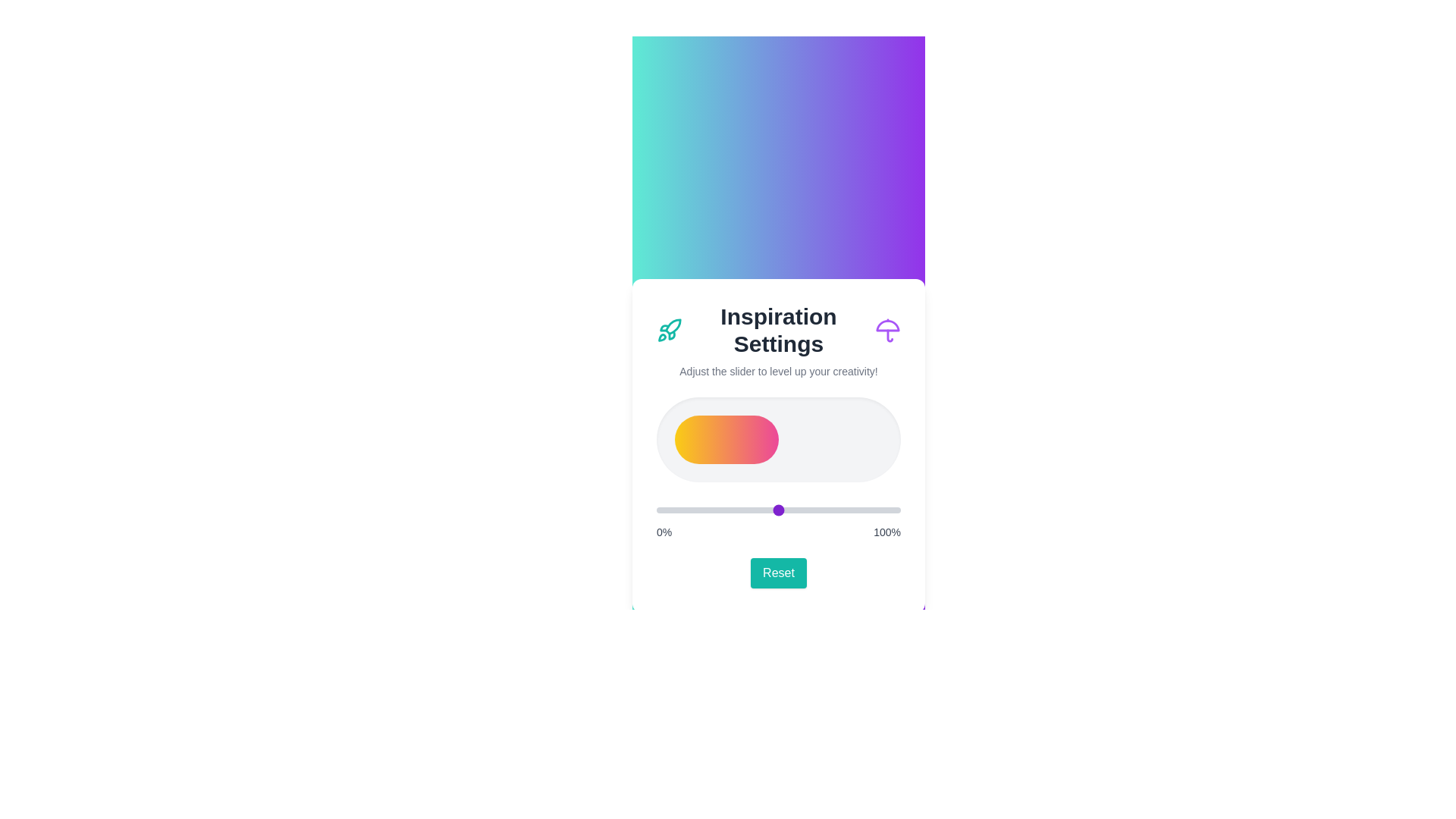 This screenshot has width=1456, height=819. I want to click on the slider to 80%, so click(852, 510).